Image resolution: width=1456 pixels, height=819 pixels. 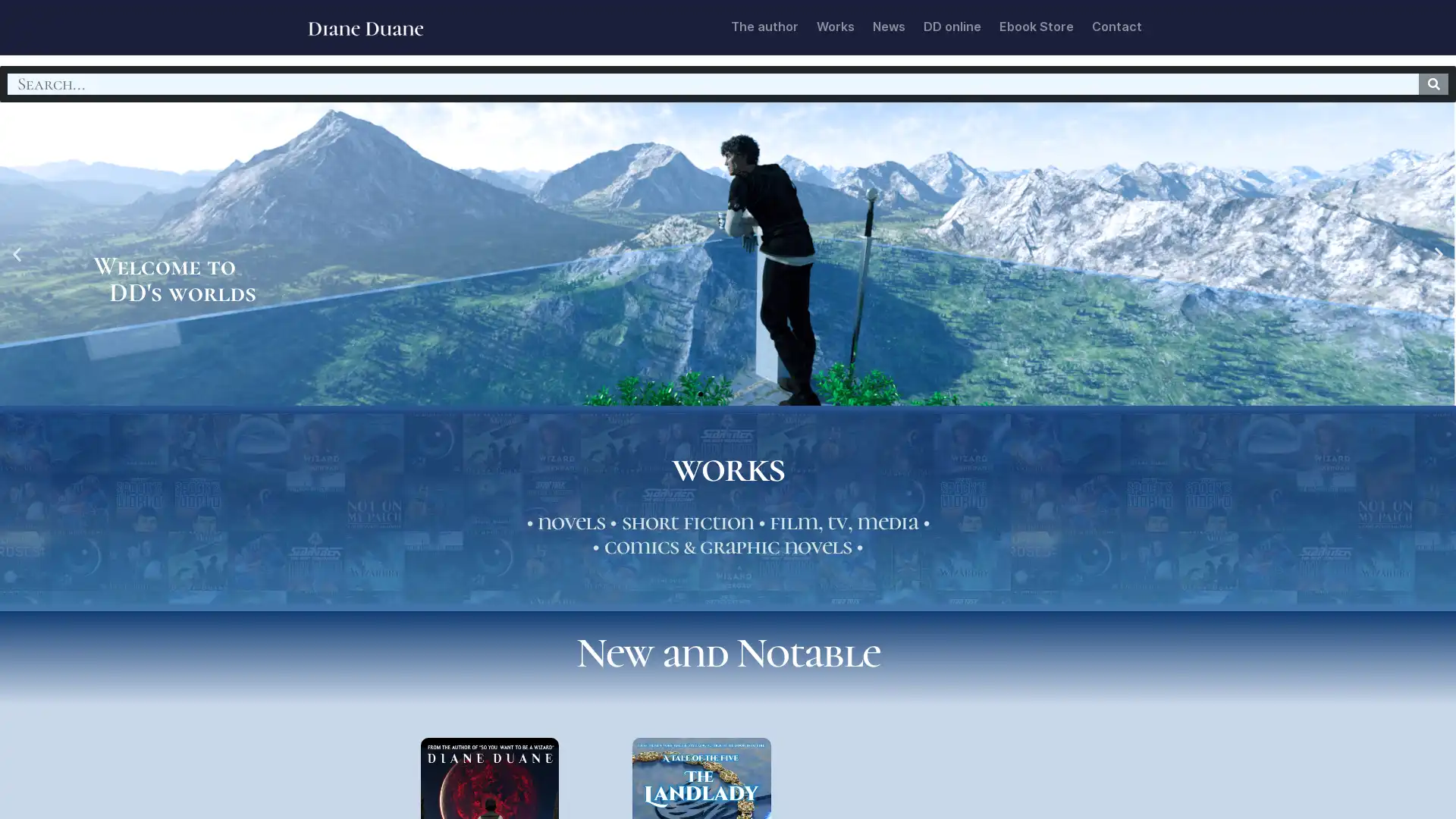 I want to click on Go to slide 2, so click(x=713, y=400).